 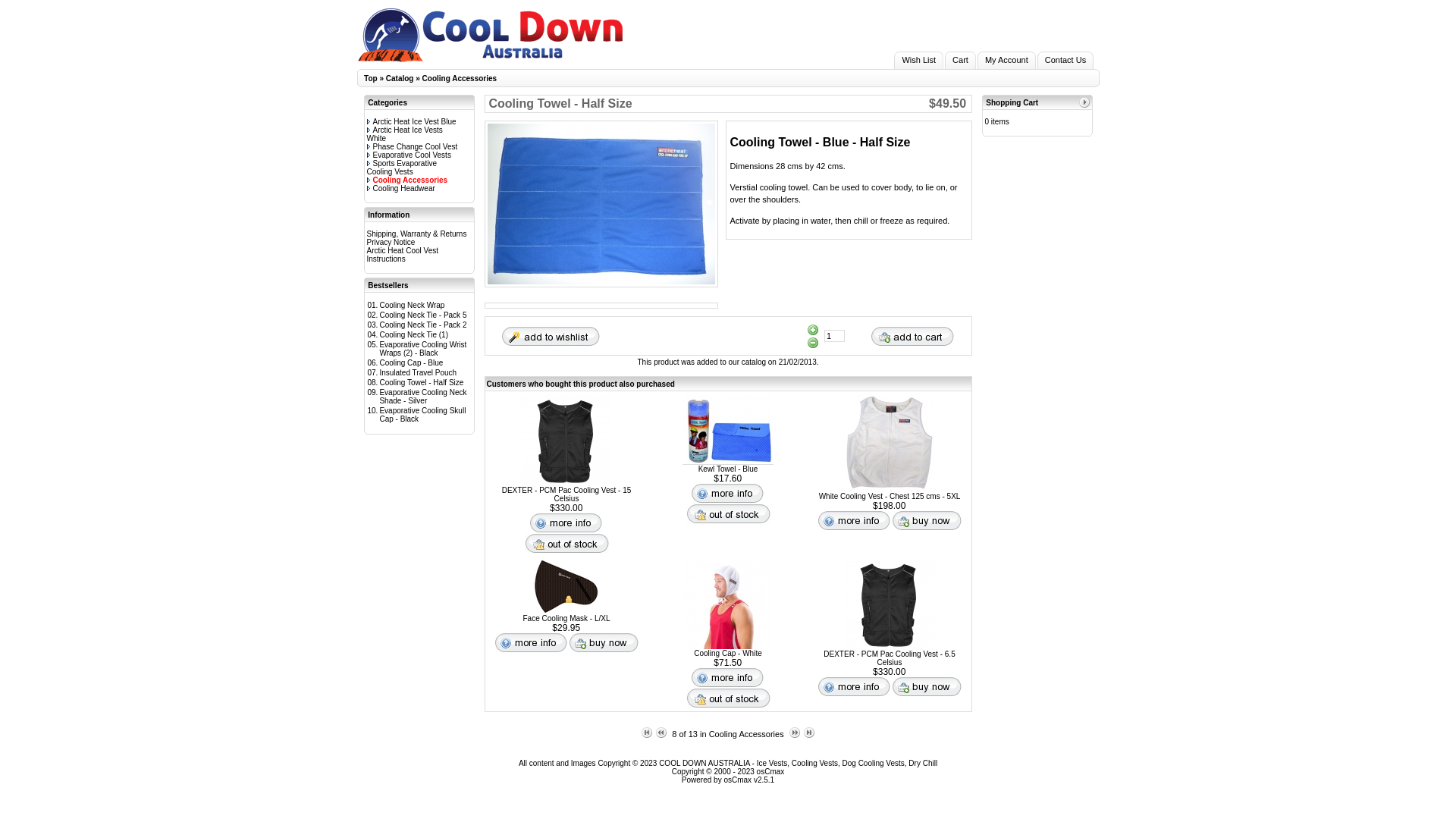 I want to click on 'Privacy Notice', so click(x=391, y=241).